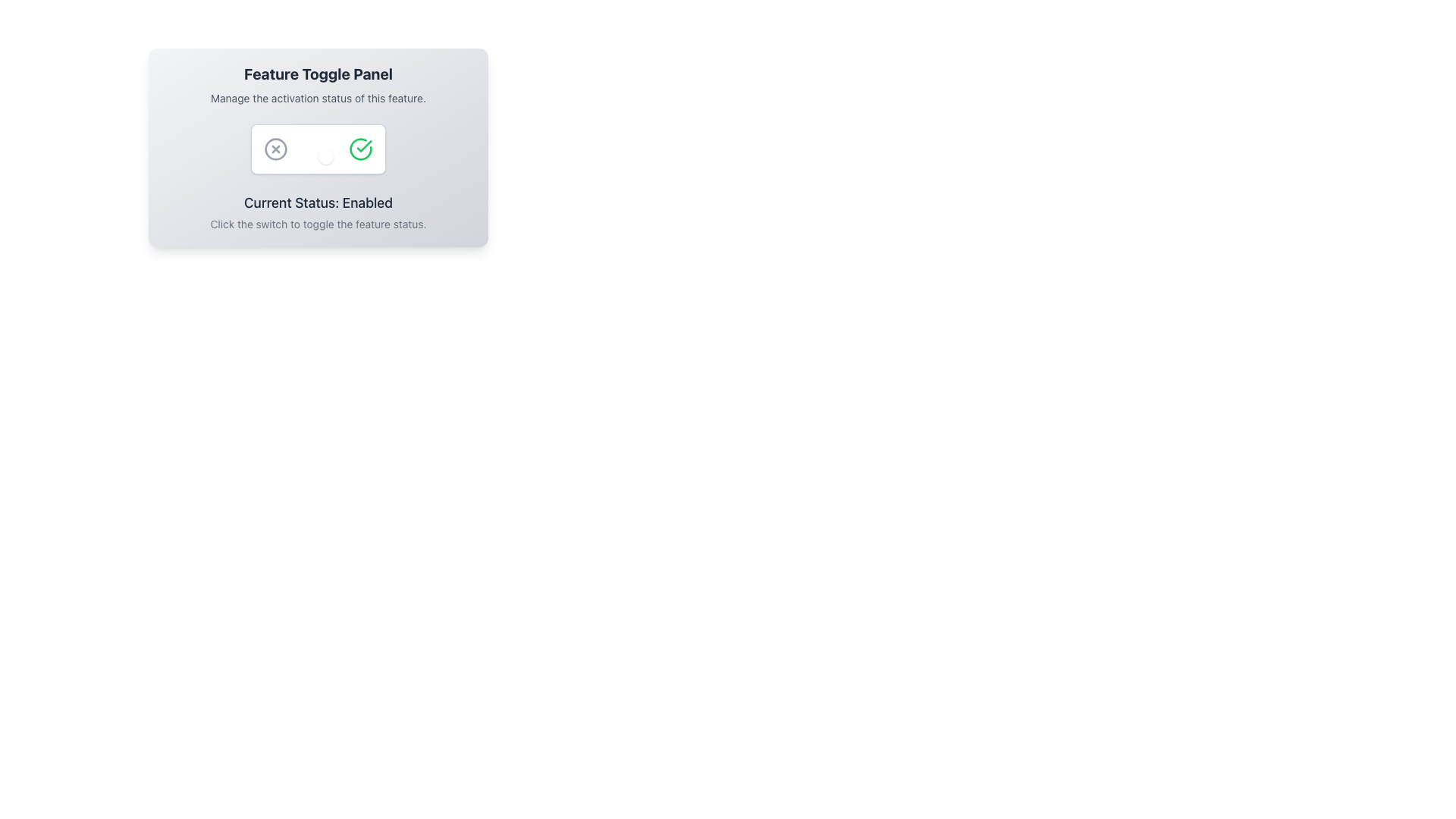 Image resolution: width=1456 pixels, height=819 pixels. What do you see at coordinates (317, 99) in the screenshot?
I see `static text element that provides instructions about the toggle switch below it in the 'Feature Toggle Panel'` at bounding box center [317, 99].